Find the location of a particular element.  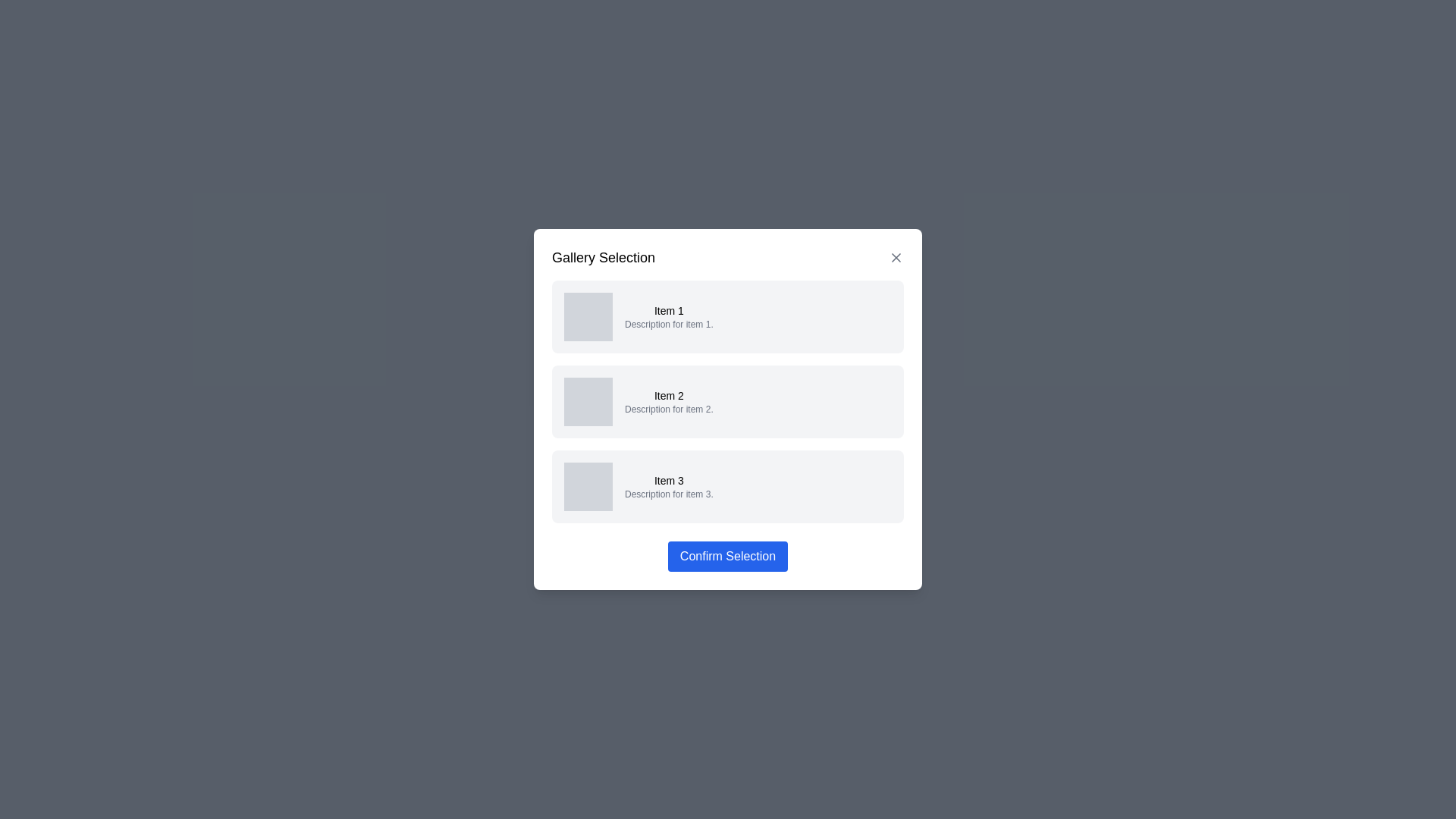

to select the third item labeled 'Item 3' in the vertically stacked gallery selection modal is located at coordinates (728, 486).